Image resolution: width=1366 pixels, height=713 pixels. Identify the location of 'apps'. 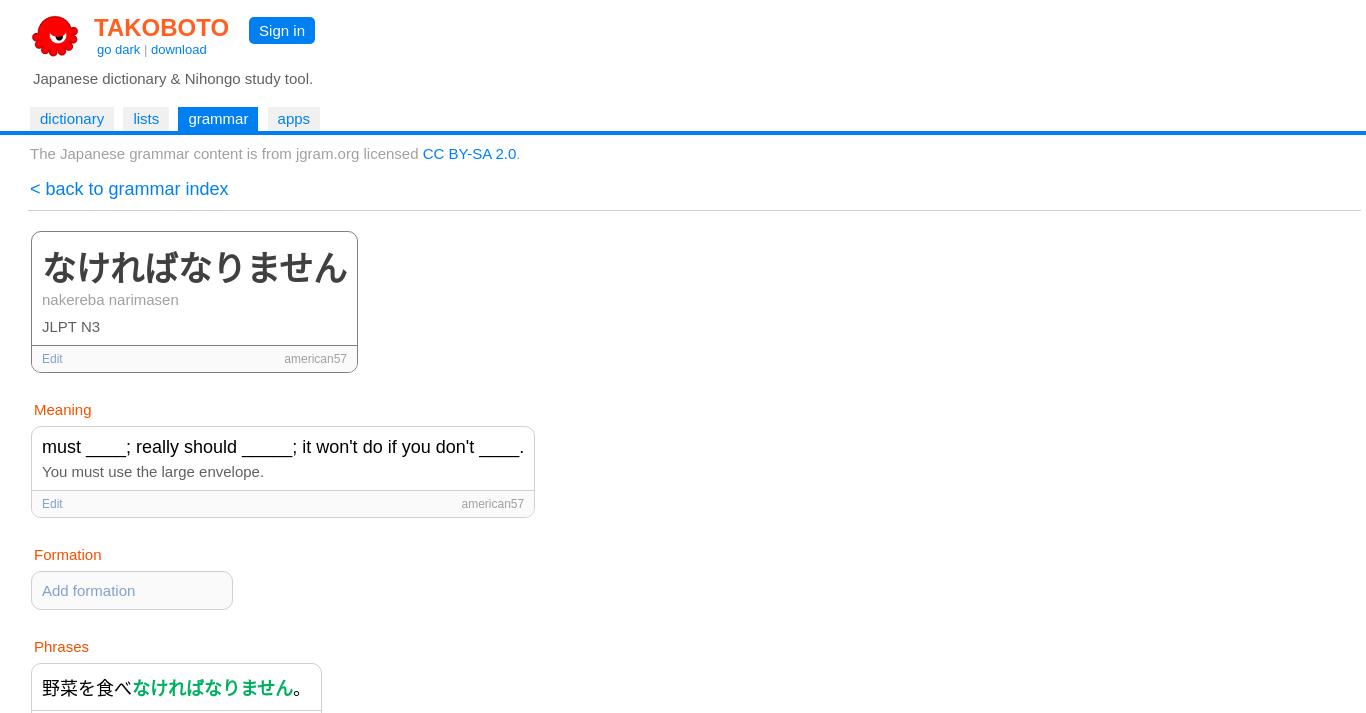
(293, 117).